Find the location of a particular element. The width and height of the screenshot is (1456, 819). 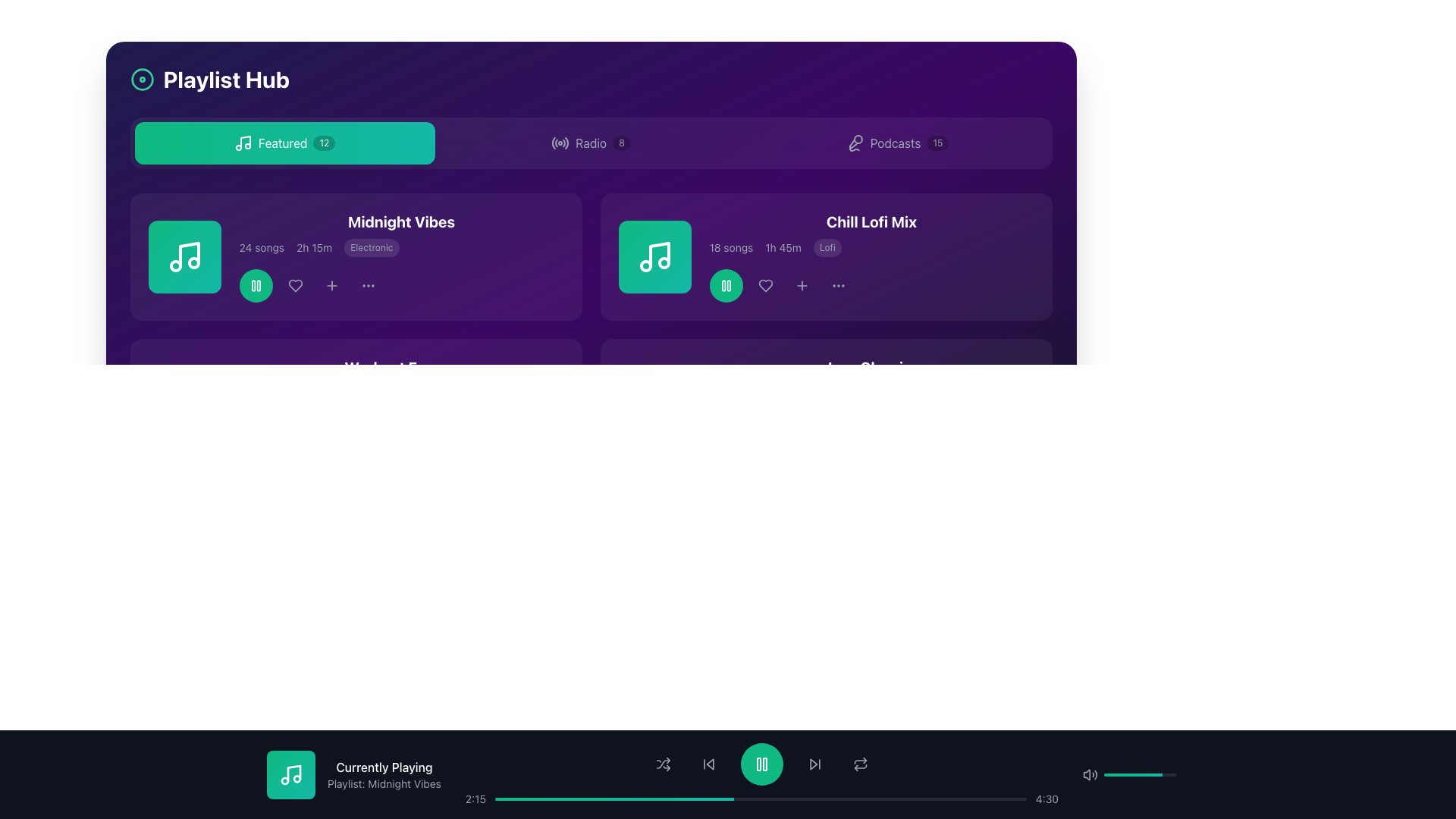

the forward skip button, which is a small icon with a dark background and light gray outline located in the bottom control bar, to the right of the central play button is located at coordinates (814, 764).